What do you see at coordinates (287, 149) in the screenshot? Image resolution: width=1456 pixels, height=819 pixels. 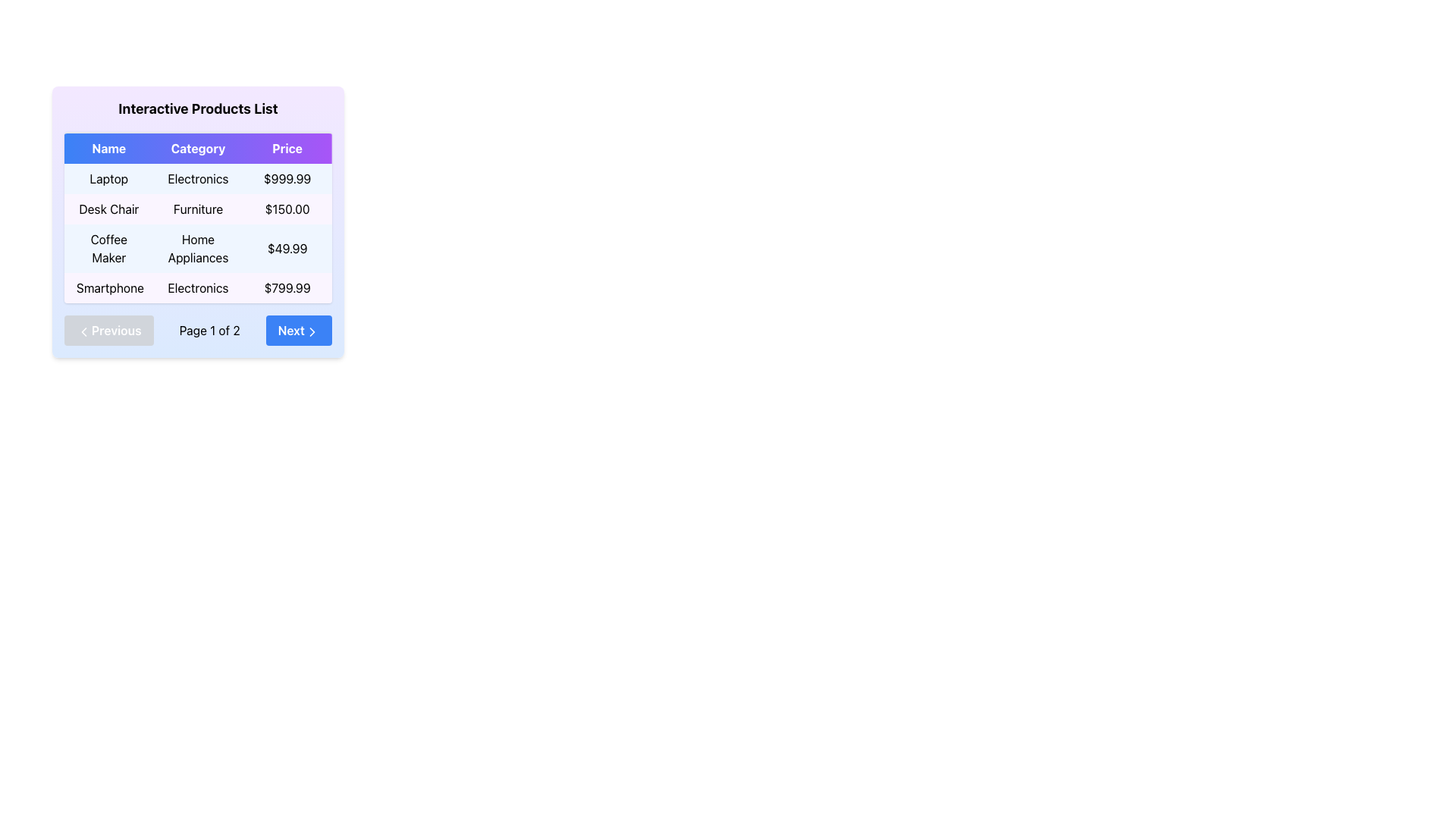 I see `the 'Price' header label in the table` at bounding box center [287, 149].